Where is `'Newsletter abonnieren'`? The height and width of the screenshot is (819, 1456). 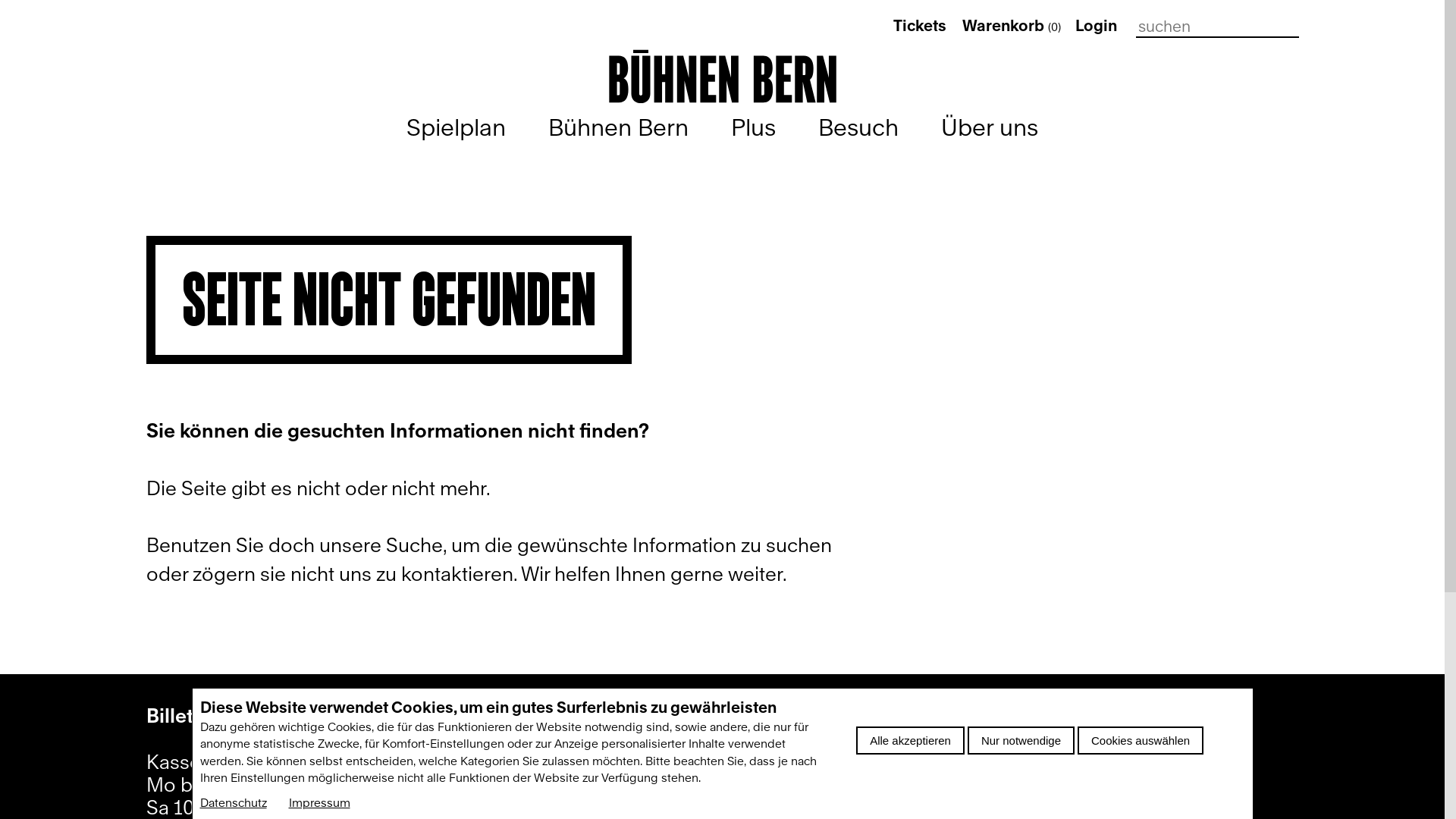 'Newsletter abonnieren' is located at coordinates (645, 717).